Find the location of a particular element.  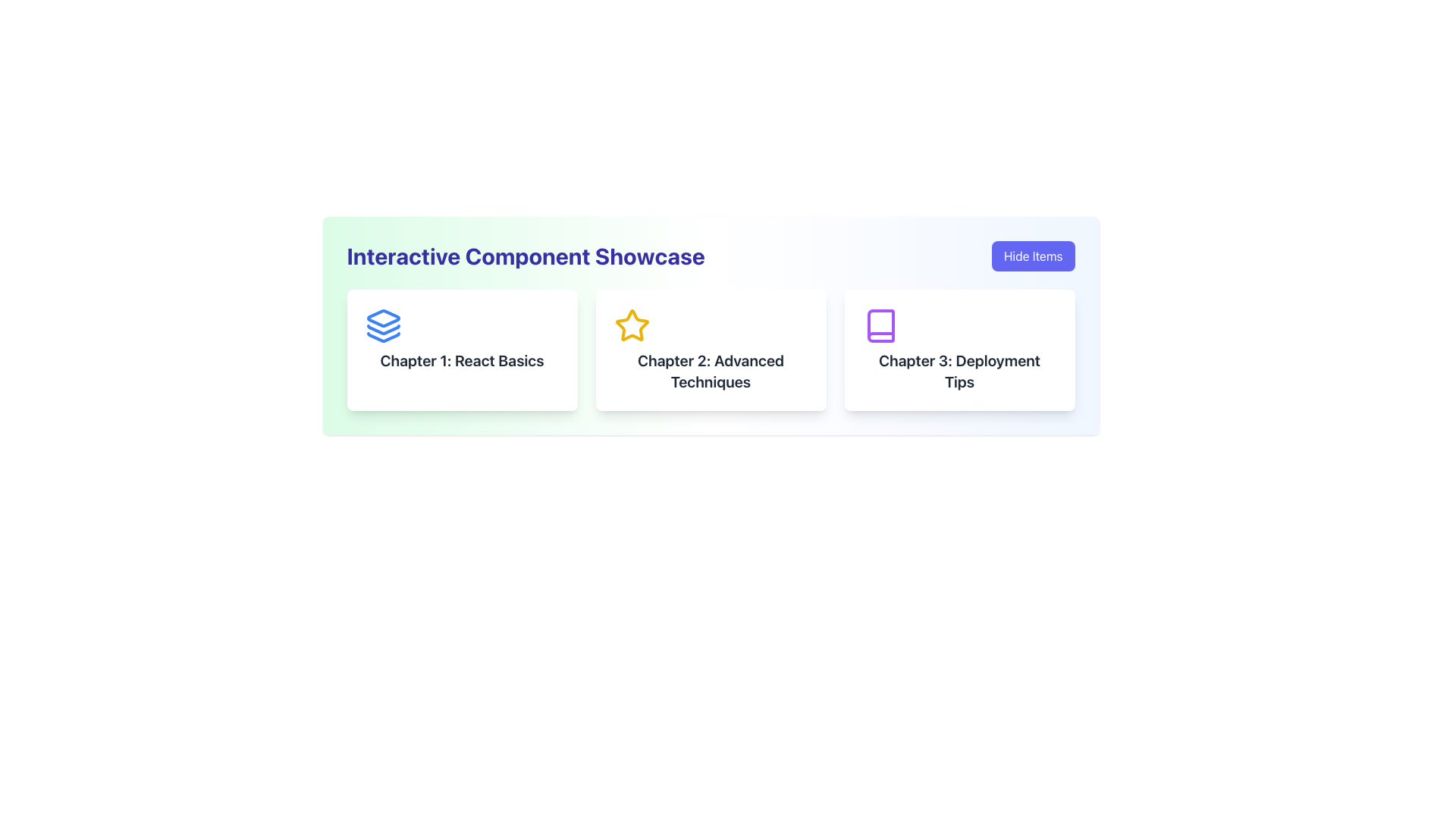

the distinct chevron-shaped graphical element with a blue outline, located centrally in the leftmost card labeled 'Chapter 1: React Basics' is located at coordinates (383, 336).